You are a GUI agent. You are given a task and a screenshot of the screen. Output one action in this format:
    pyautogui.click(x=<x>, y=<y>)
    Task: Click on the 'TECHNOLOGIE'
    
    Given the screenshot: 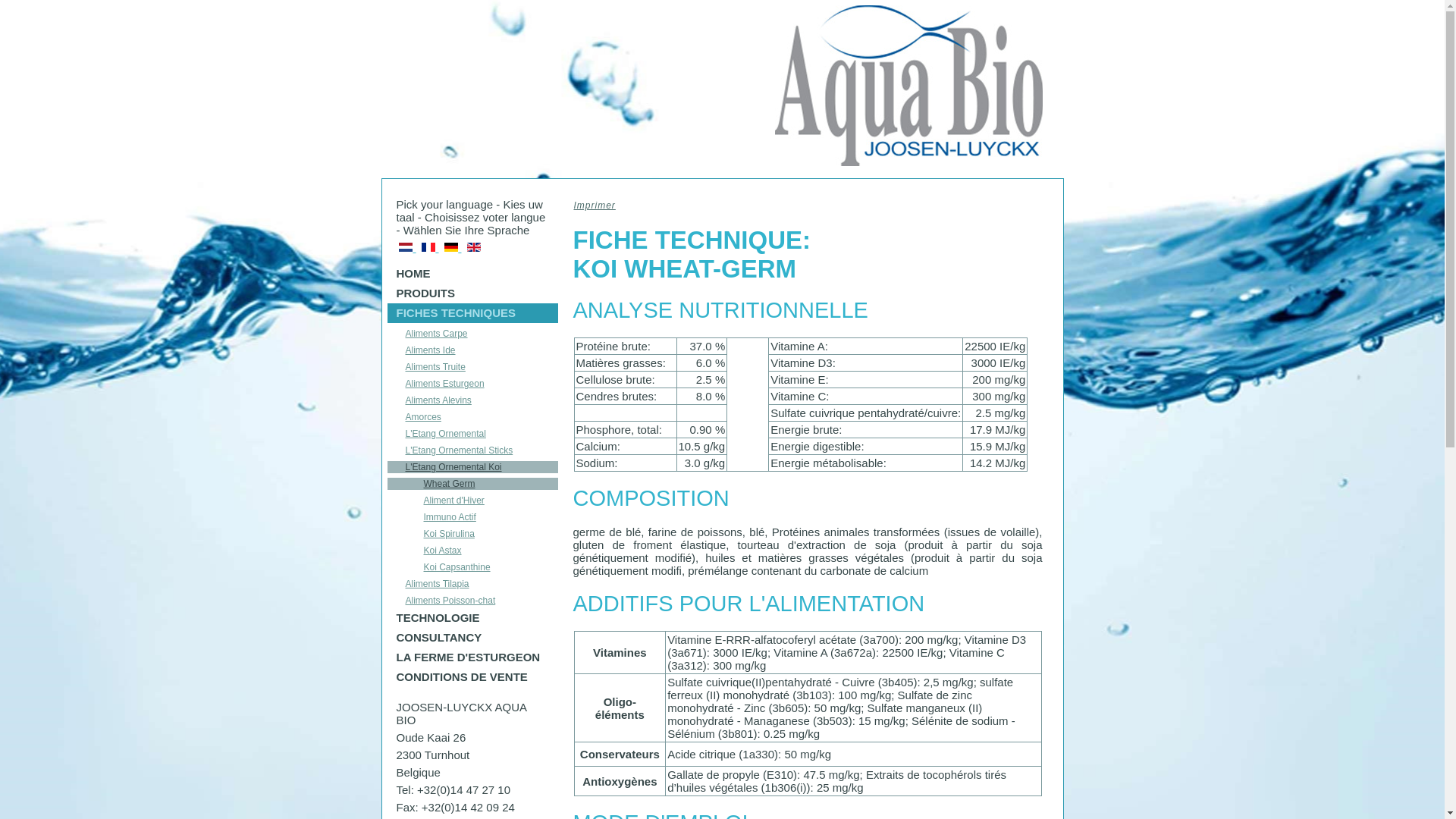 What is the action you would take?
    pyautogui.click(x=386, y=617)
    